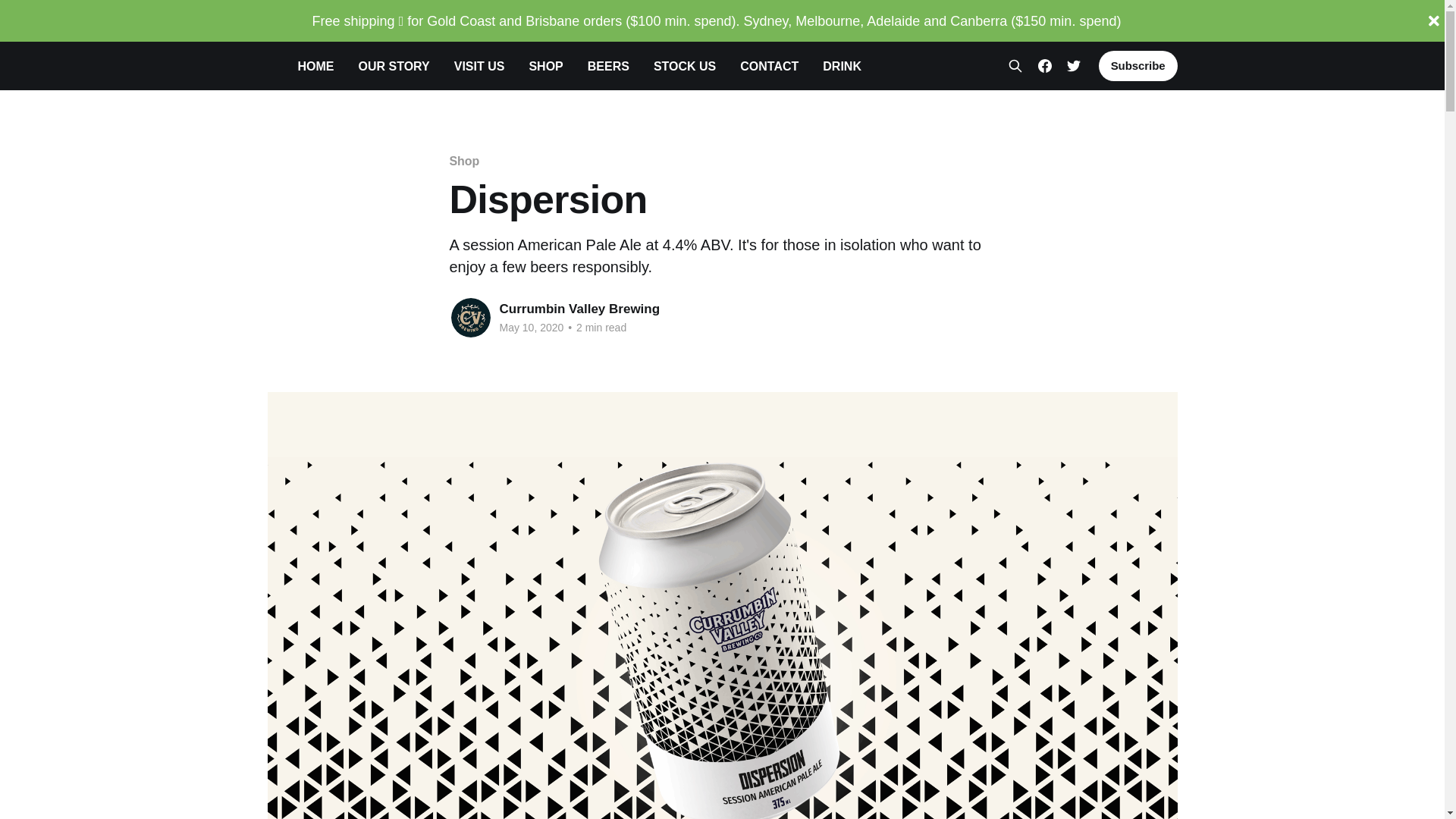  What do you see at coordinates (463, 161) in the screenshot?
I see `'Shop'` at bounding box center [463, 161].